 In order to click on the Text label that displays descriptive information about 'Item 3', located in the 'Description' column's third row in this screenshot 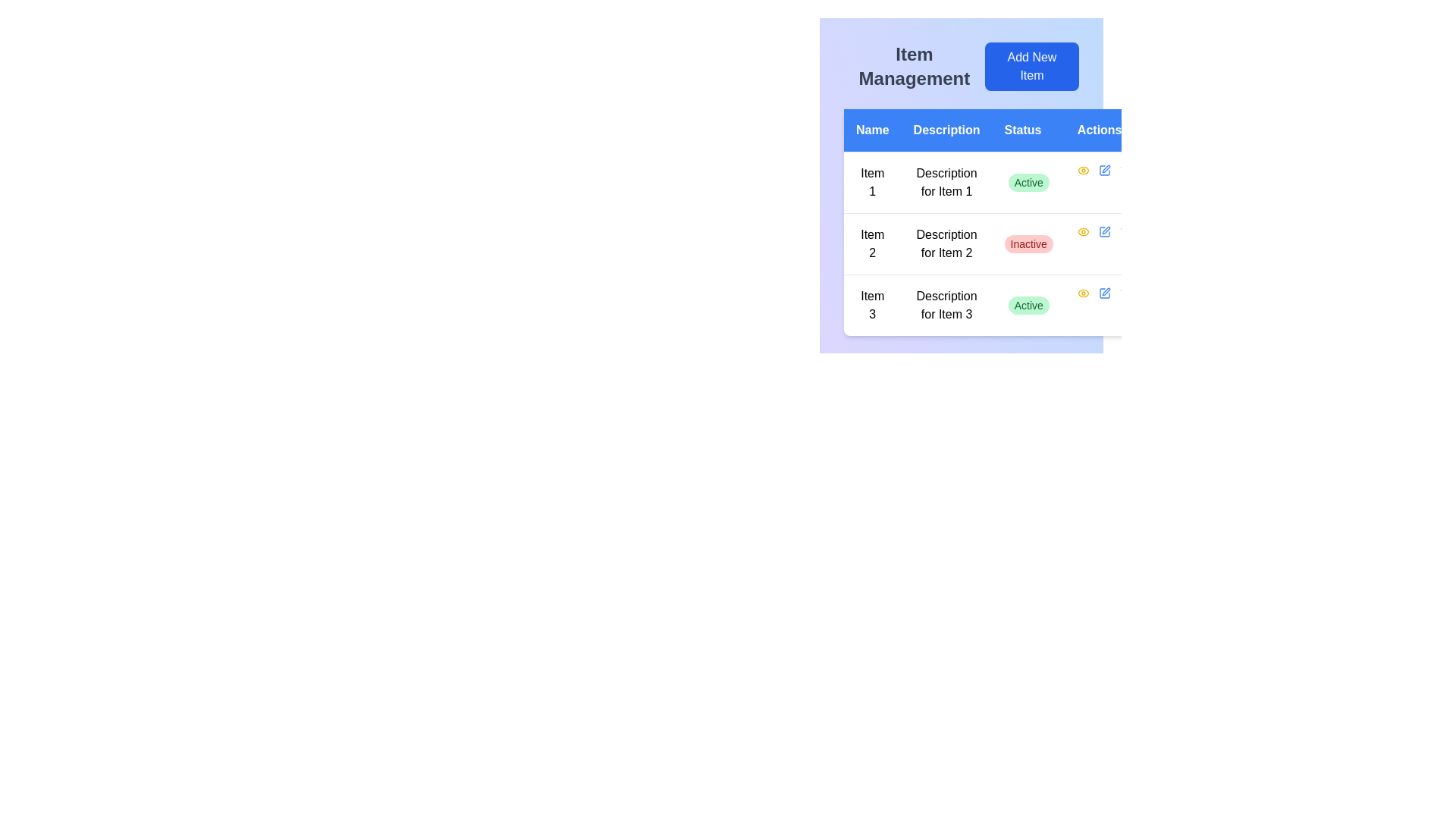, I will do `click(946, 305)`.